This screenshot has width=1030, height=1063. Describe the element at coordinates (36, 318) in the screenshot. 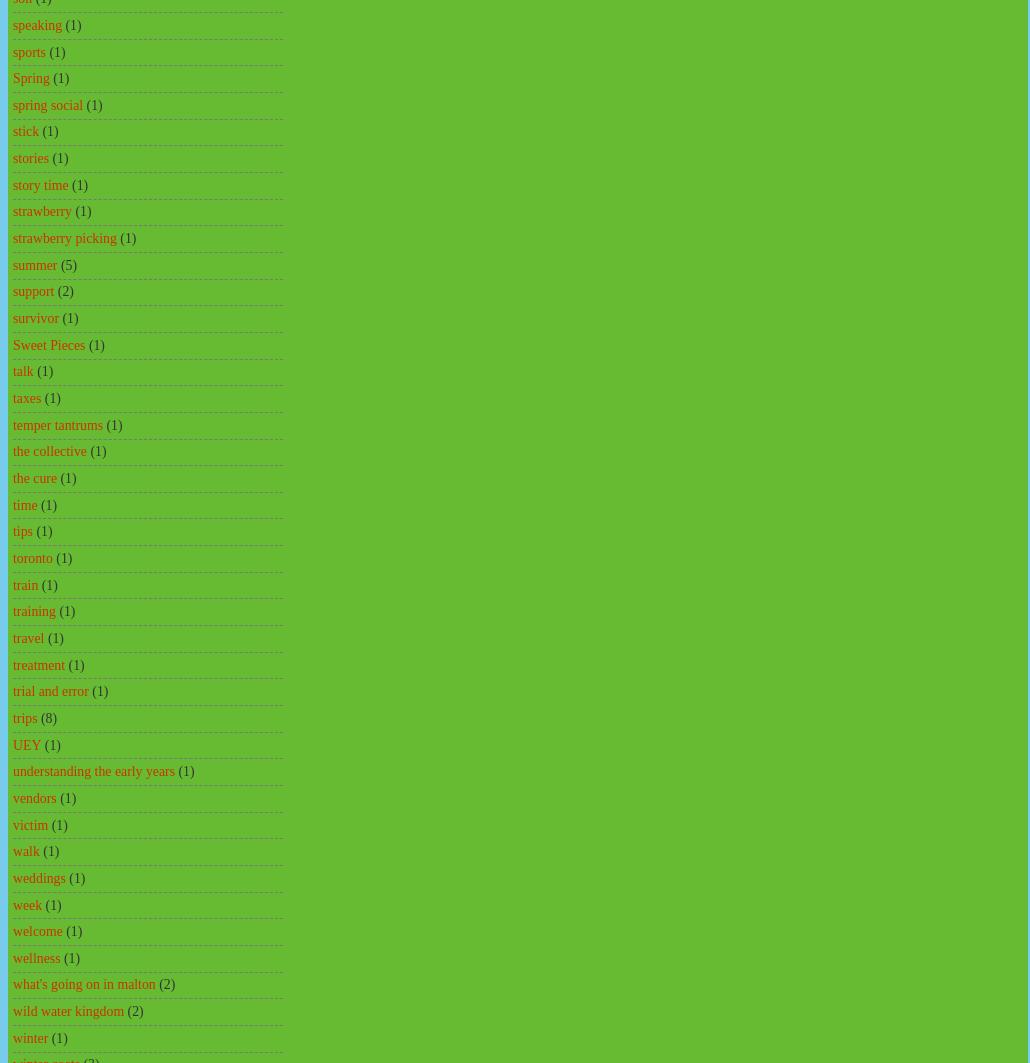

I see `'survivor'` at that location.